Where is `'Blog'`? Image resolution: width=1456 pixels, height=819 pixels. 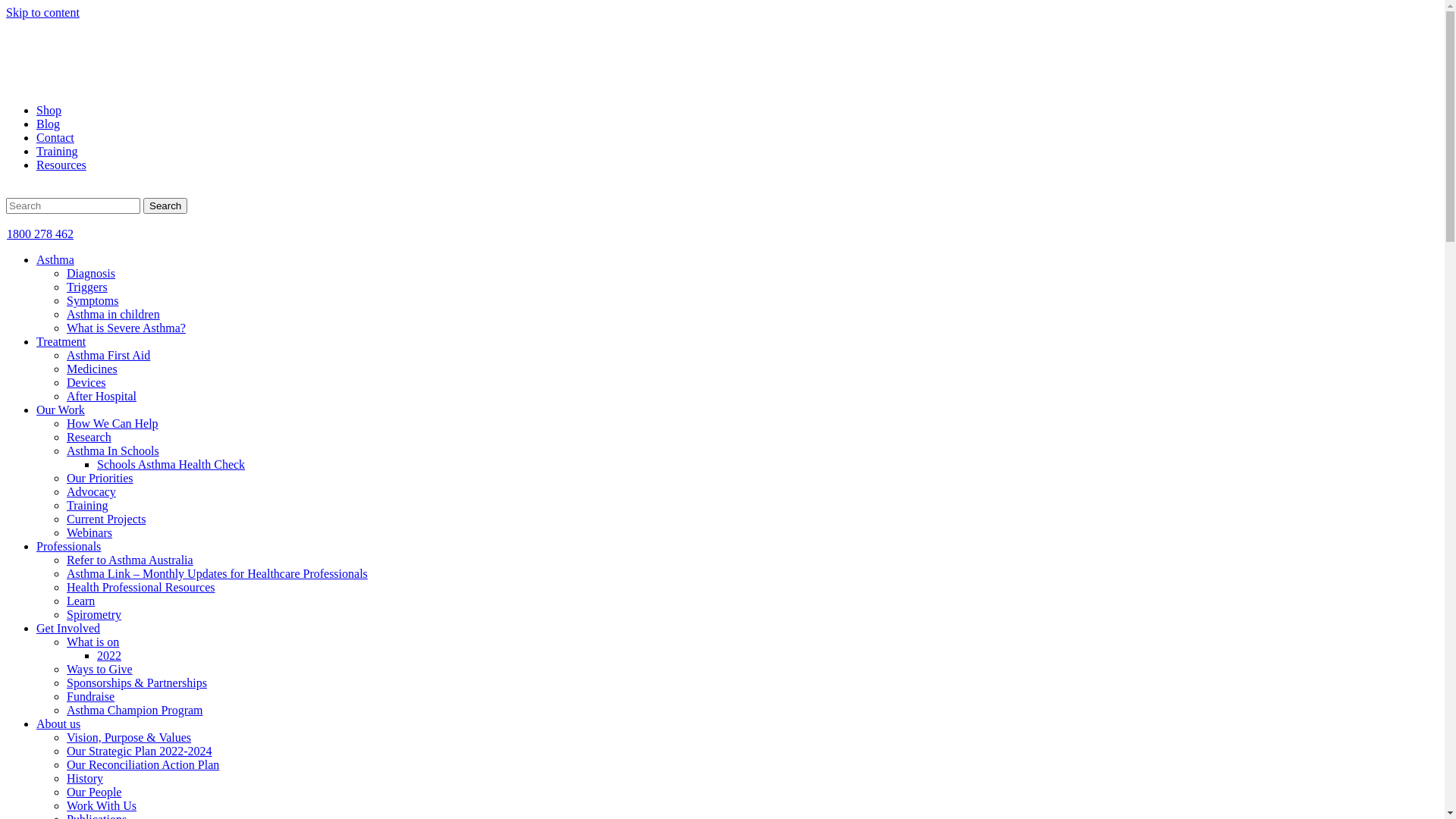
'Blog' is located at coordinates (48, 123).